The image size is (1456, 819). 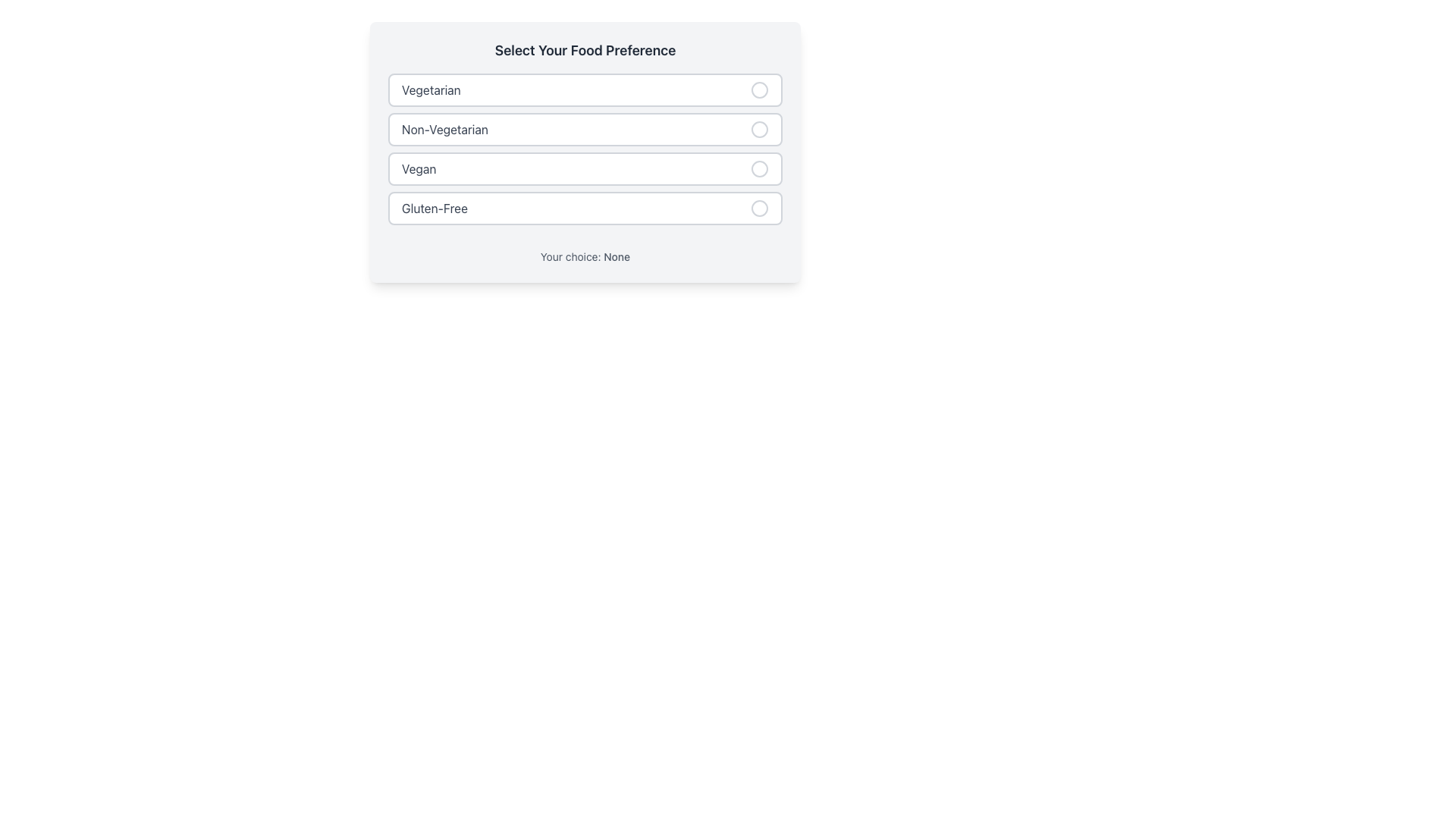 I want to click on the 'Vegetarian' text label, which is styled in gray and is the first selectable option in a vertical list of food preferences, so click(x=430, y=90).